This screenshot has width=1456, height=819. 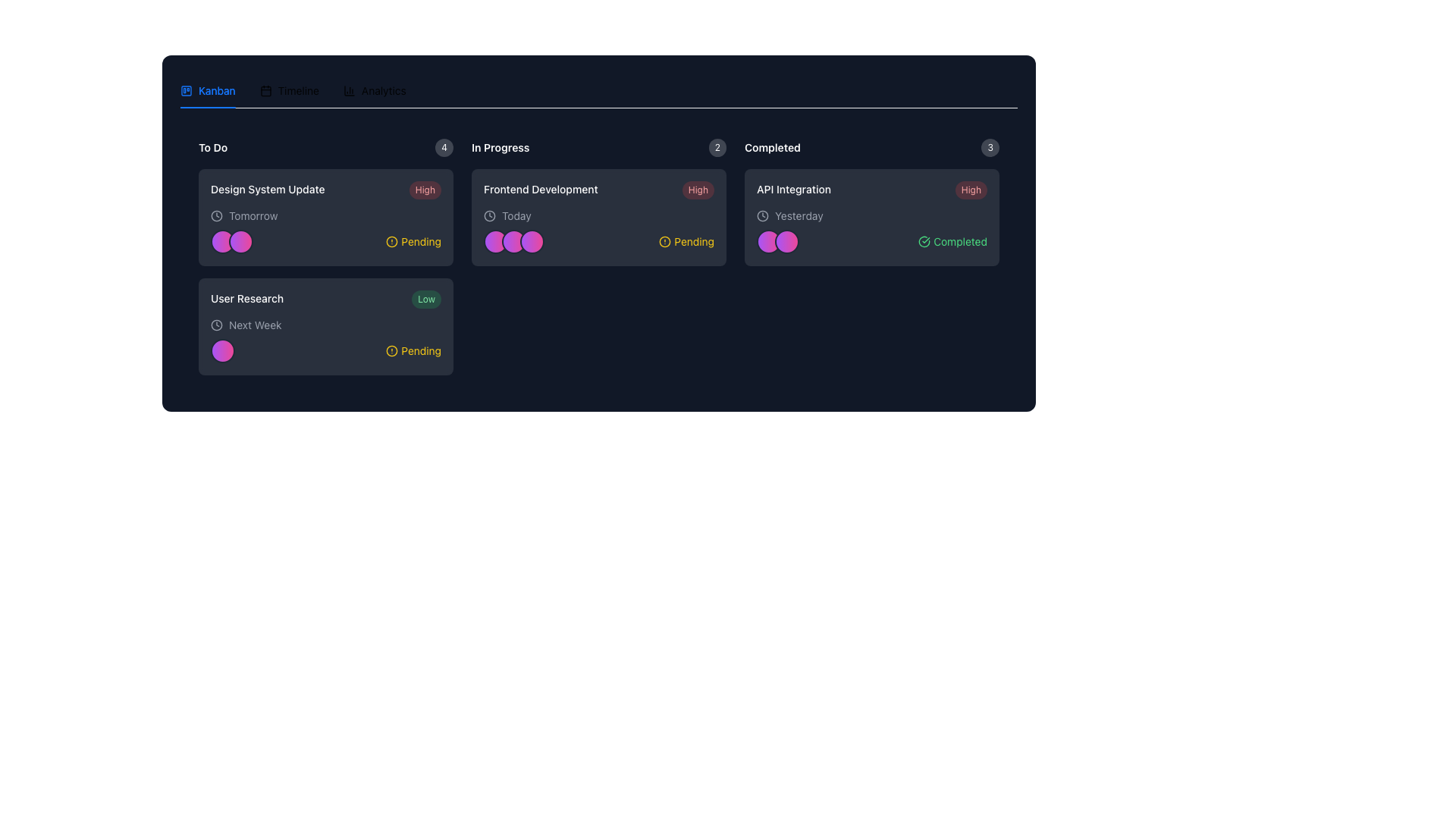 What do you see at coordinates (513, 241) in the screenshot?
I see `the circular avatar with a gradient fill from purple to pink, located in the middle of three similar avatars in the 'In Progress' section under 'Frontend Development'` at bounding box center [513, 241].